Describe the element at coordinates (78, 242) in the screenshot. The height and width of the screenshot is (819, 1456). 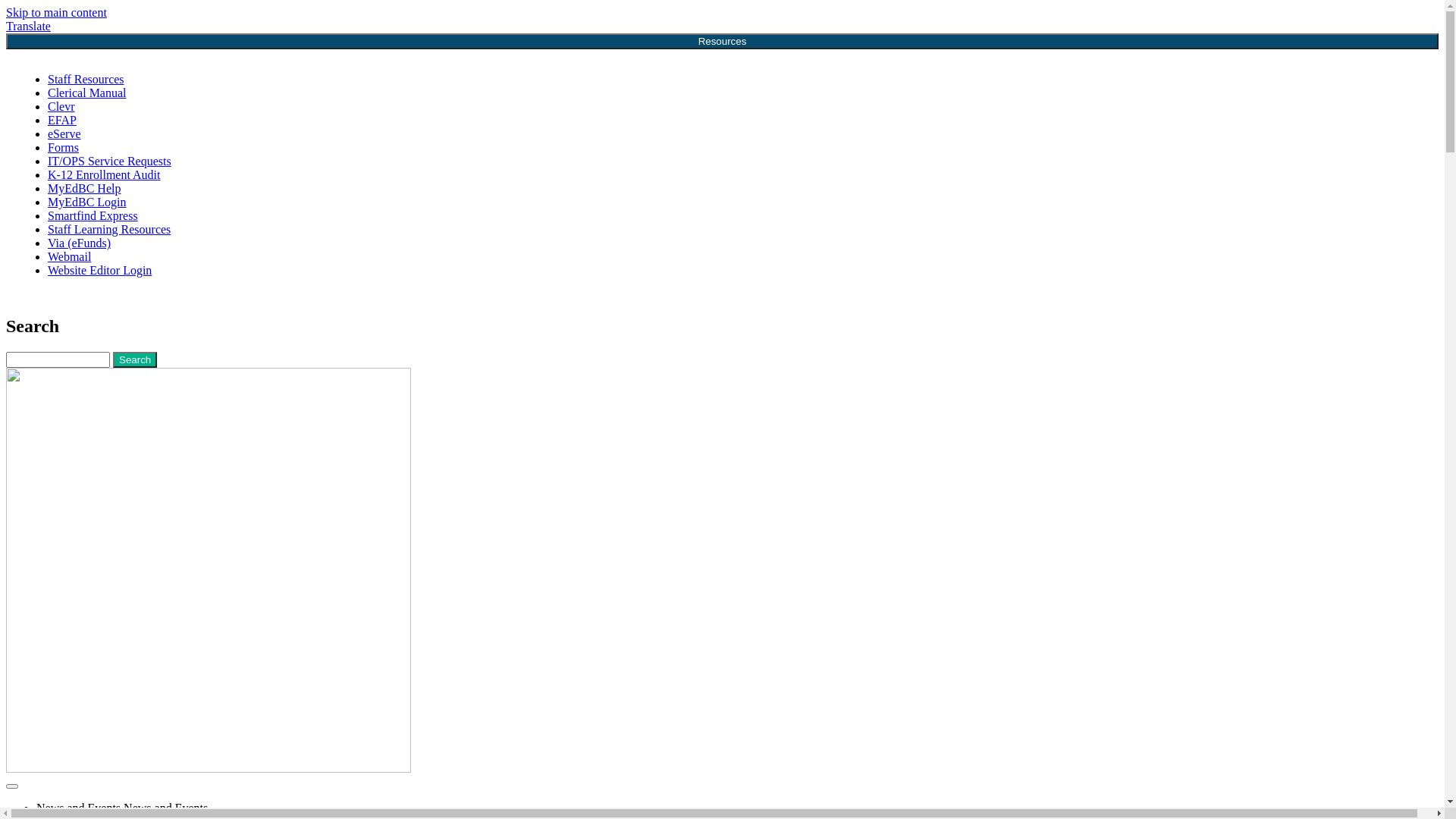
I see `'Via (eFunds)'` at that location.